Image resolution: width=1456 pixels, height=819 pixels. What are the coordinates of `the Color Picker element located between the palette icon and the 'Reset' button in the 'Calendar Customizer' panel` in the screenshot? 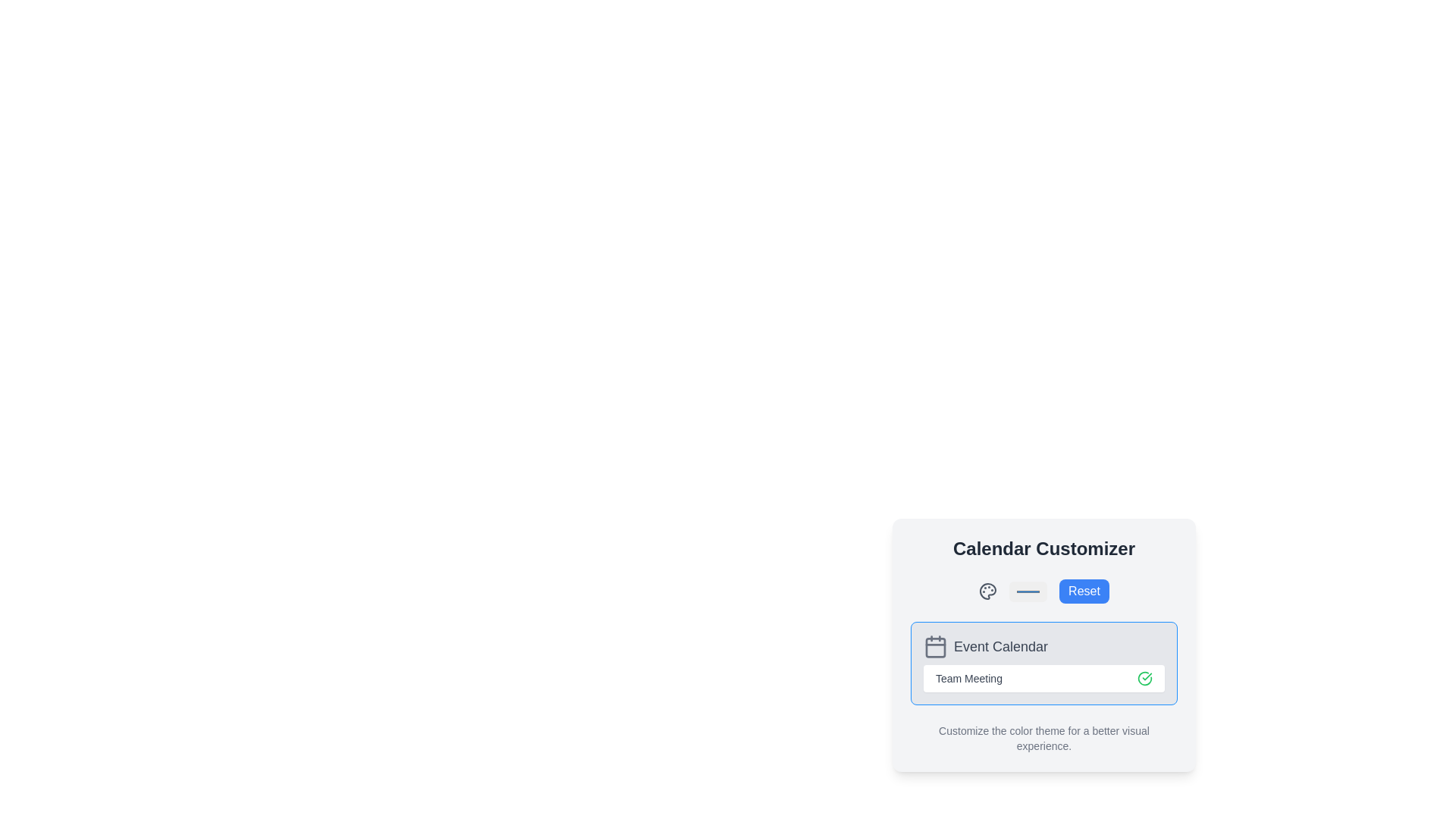 It's located at (1028, 590).